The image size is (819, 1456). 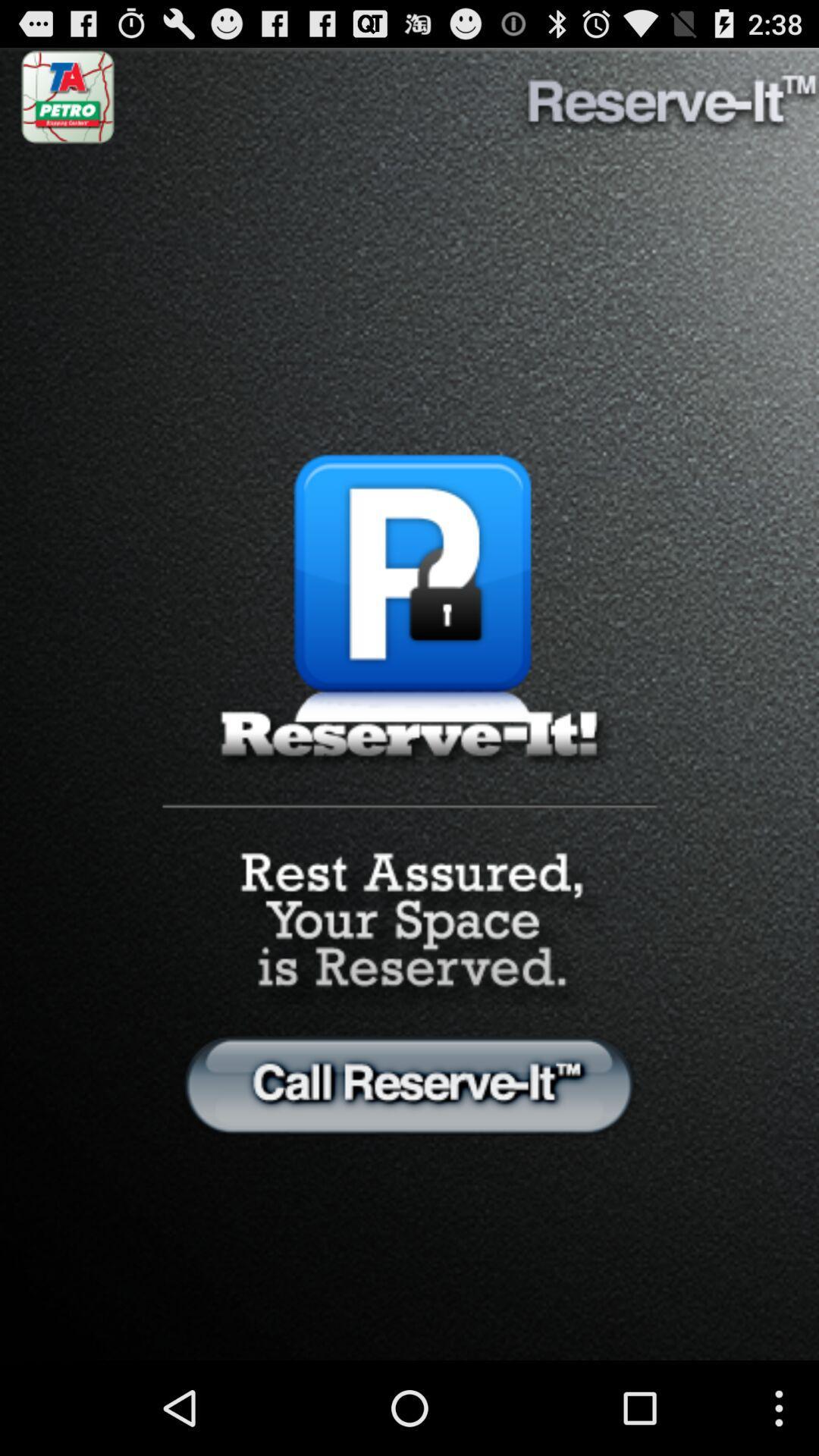 What do you see at coordinates (409, 1084) in the screenshot?
I see `the icon at the bottom` at bounding box center [409, 1084].